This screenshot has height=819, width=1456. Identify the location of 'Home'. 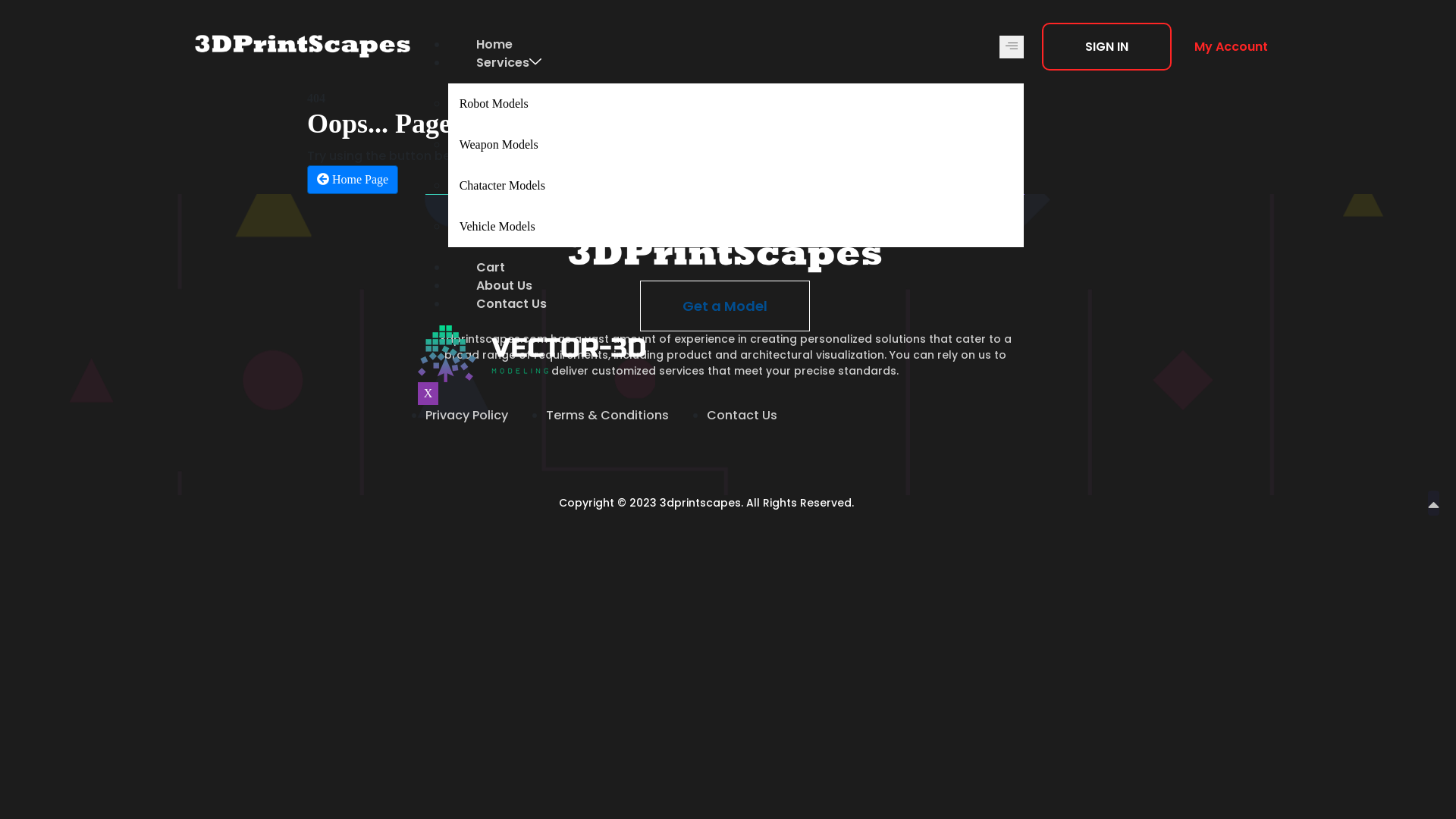
(494, 43).